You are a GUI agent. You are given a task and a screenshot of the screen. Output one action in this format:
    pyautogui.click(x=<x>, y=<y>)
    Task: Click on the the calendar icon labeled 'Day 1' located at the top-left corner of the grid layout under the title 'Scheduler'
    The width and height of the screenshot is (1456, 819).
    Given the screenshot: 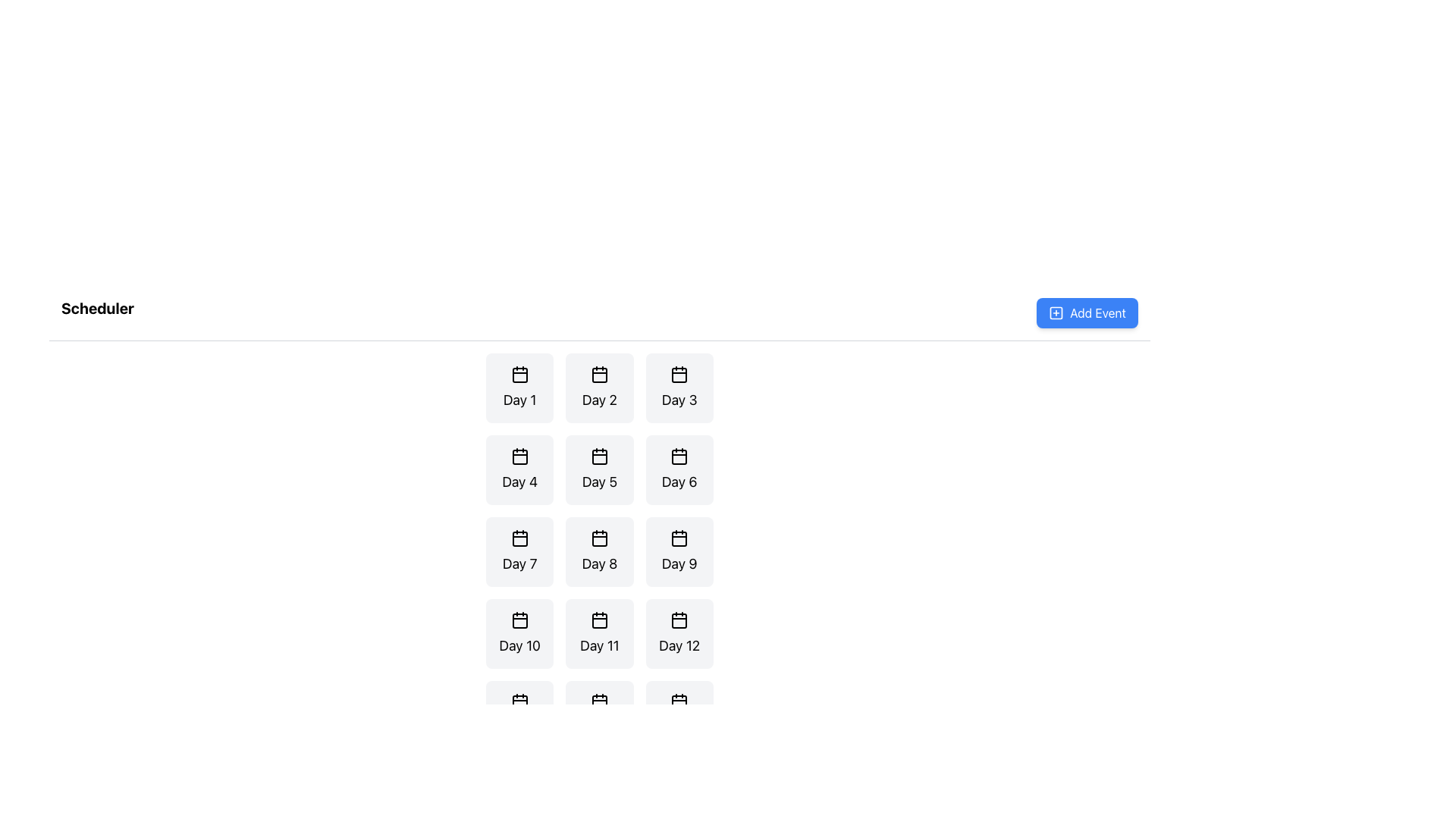 What is the action you would take?
    pyautogui.click(x=519, y=375)
    